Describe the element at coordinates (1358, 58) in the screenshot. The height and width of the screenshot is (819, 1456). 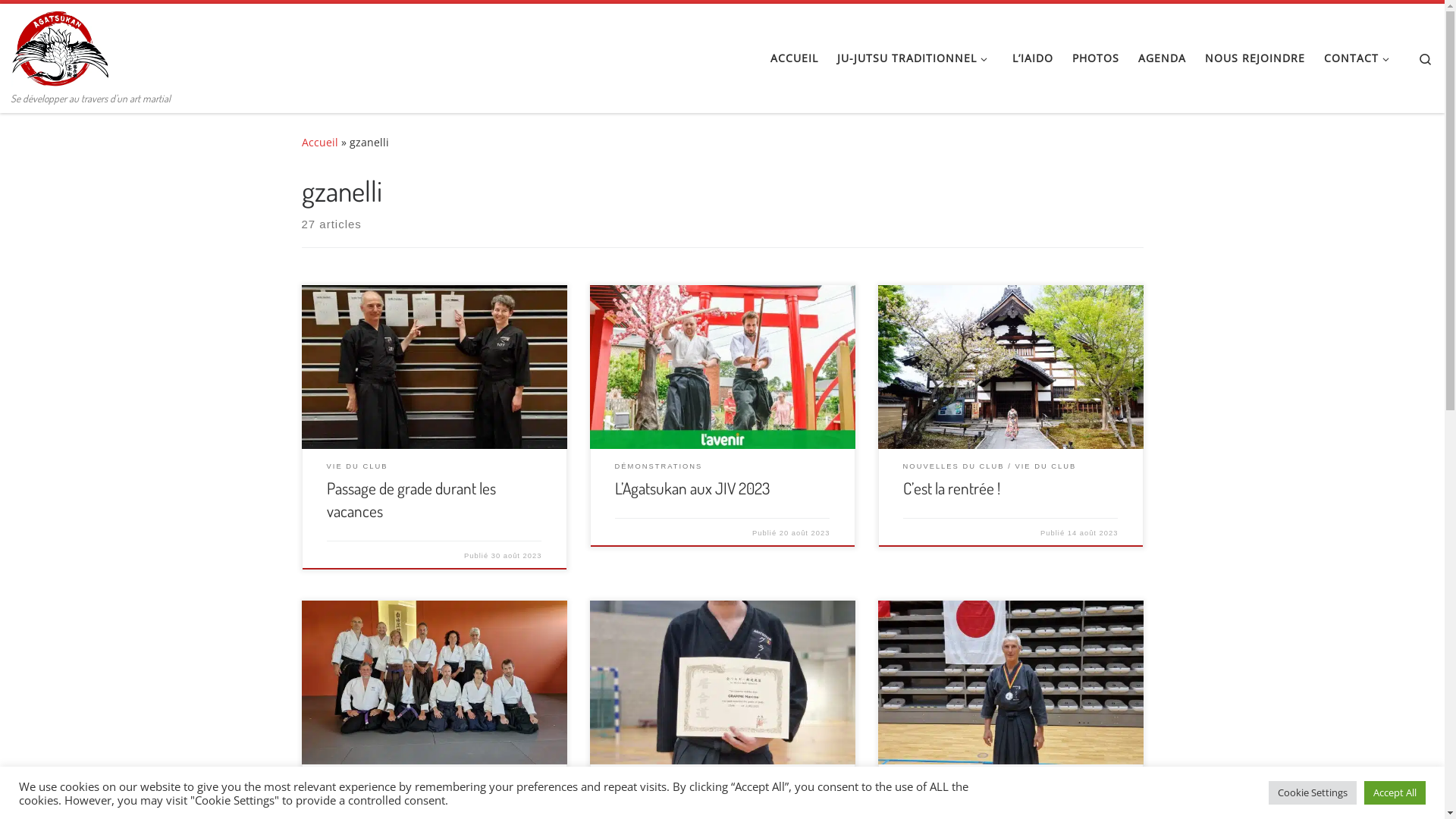
I see `'CONTACT'` at that location.